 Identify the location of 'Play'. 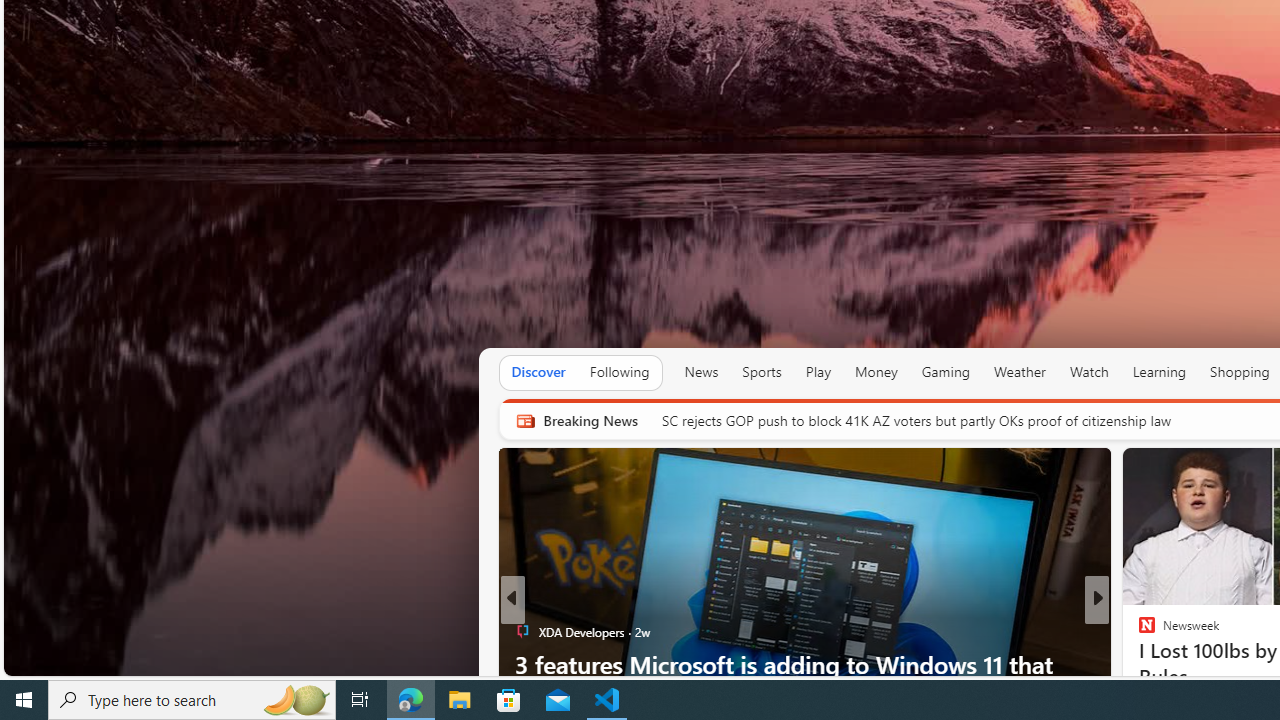
(818, 372).